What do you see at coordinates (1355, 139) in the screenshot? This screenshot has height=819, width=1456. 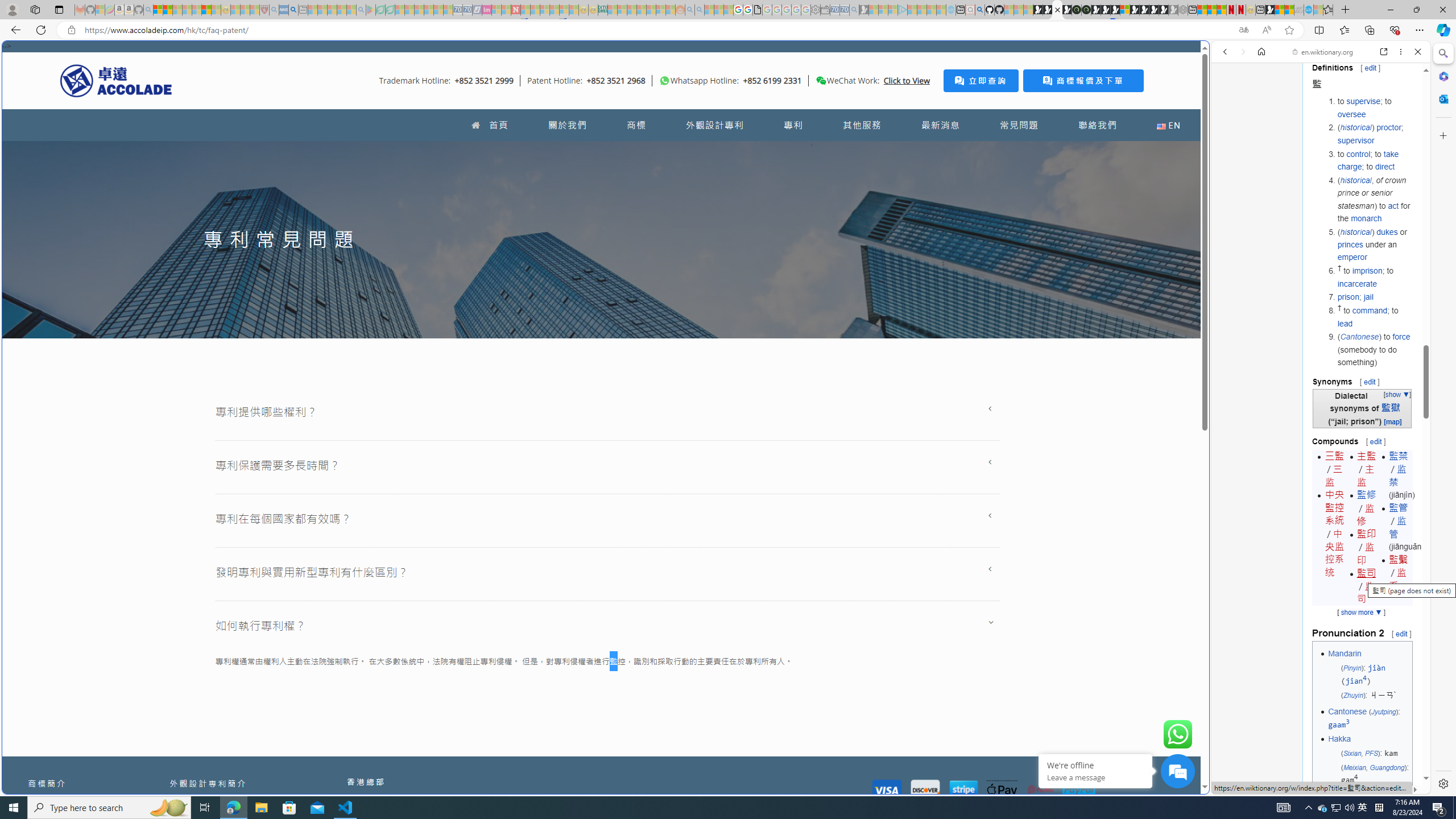 I see `'supervisor'` at bounding box center [1355, 139].